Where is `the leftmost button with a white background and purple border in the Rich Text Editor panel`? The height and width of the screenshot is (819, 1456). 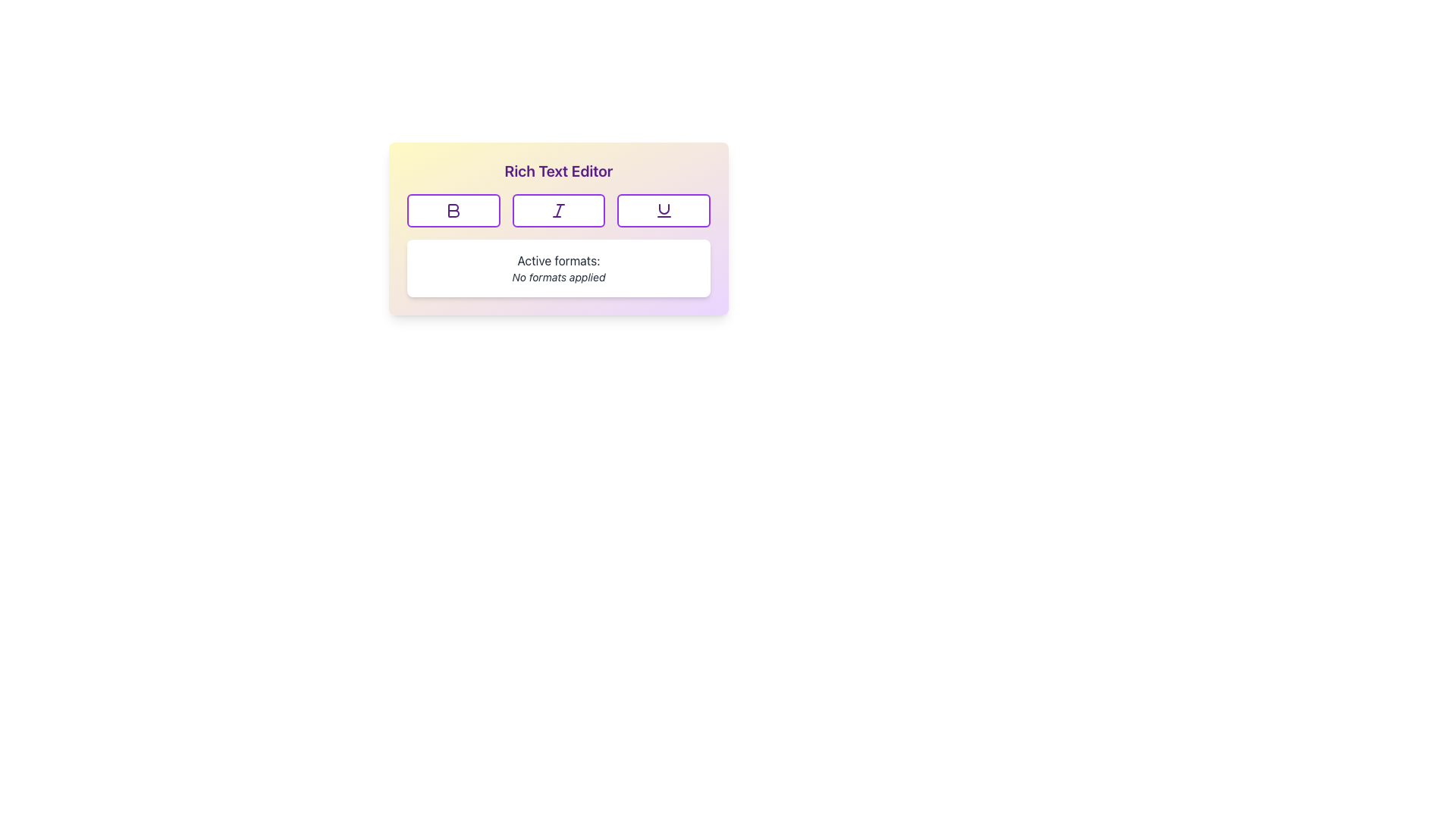
the leftmost button with a white background and purple border in the Rich Text Editor panel is located at coordinates (453, 210).